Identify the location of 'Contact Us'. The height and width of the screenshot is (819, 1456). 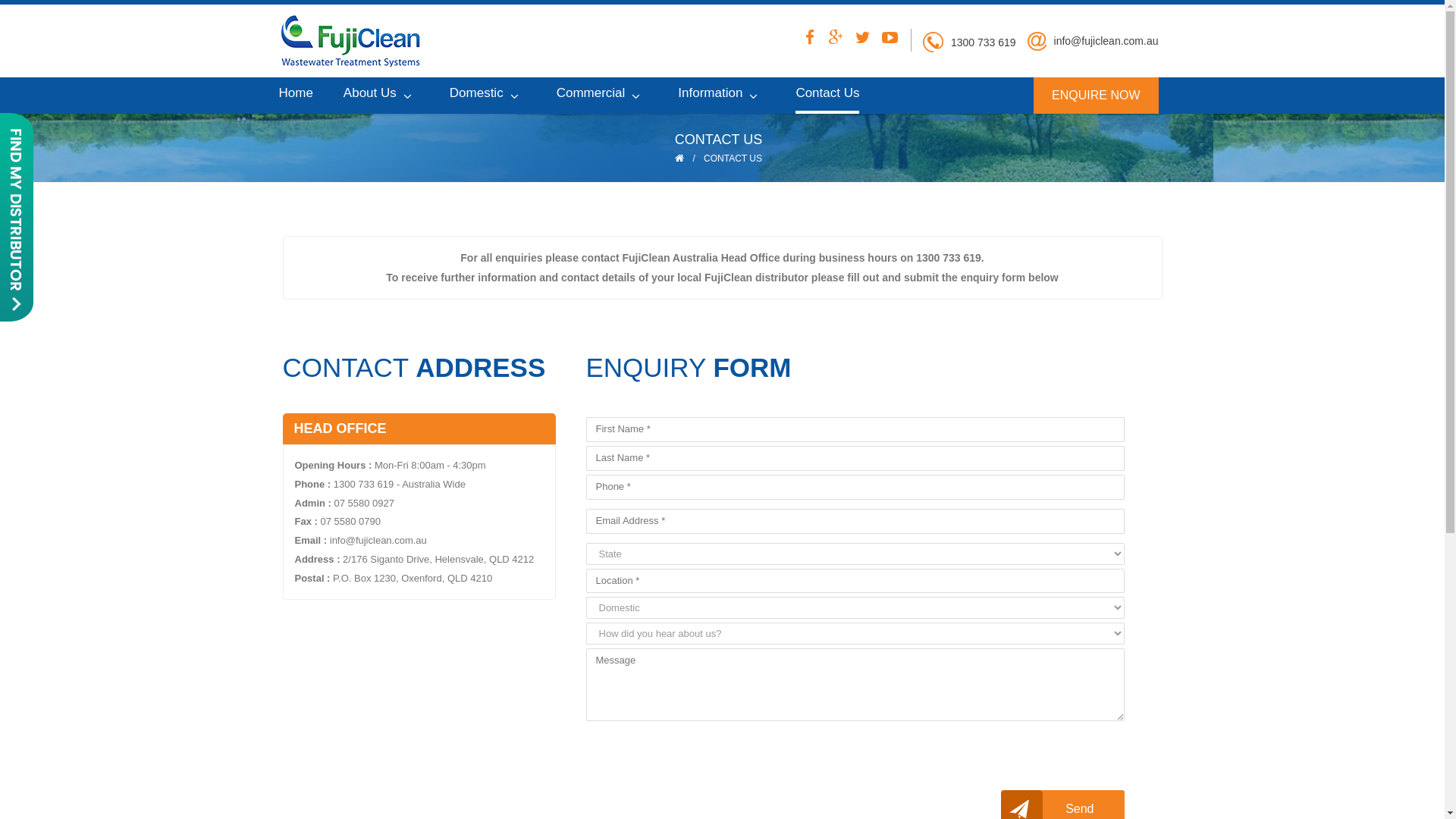
(826, 96).